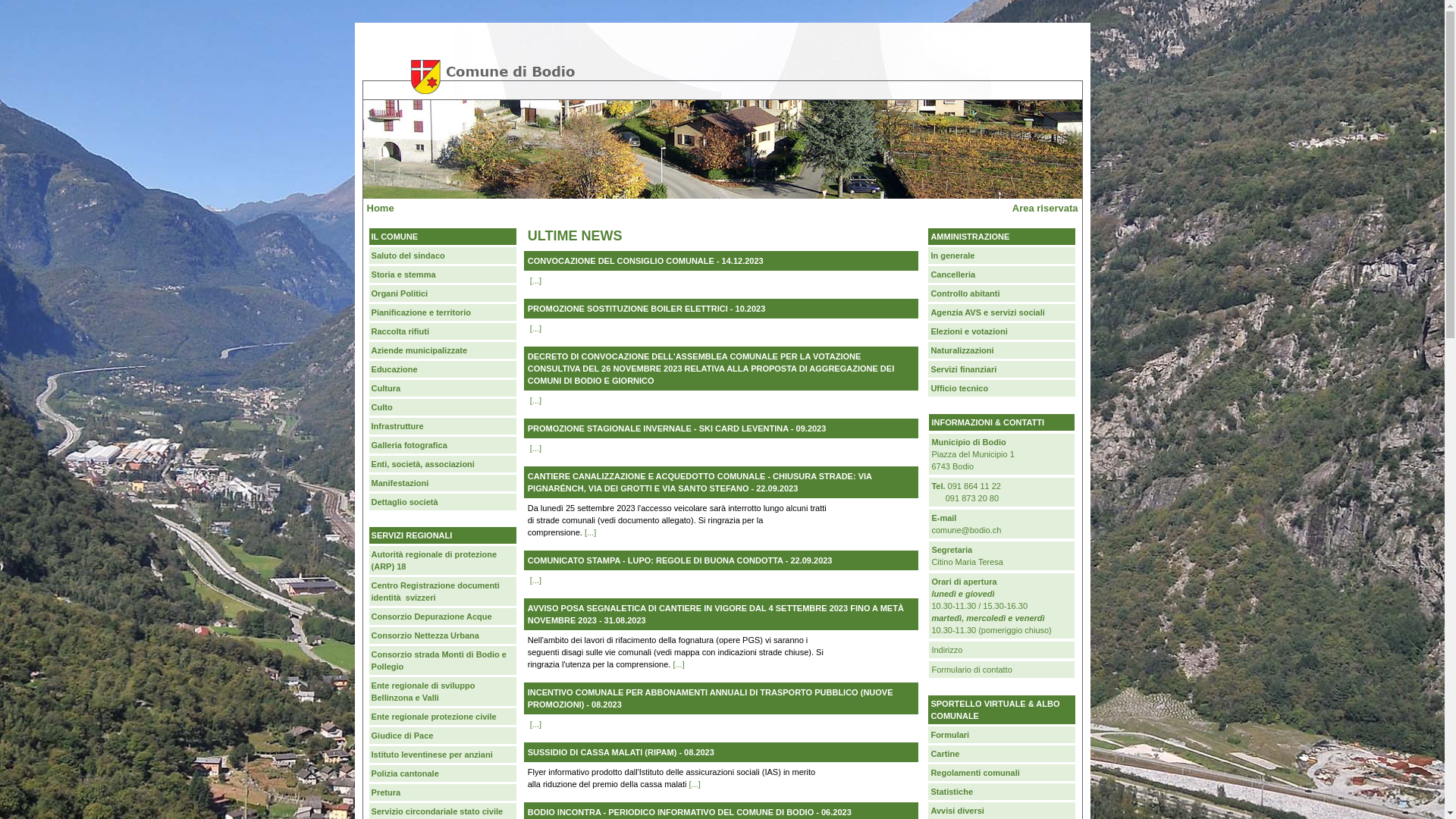  What do you see at coordinates (442, 406) in the screenshot?
I see `'Culto'` at bounding box center [442, 406].